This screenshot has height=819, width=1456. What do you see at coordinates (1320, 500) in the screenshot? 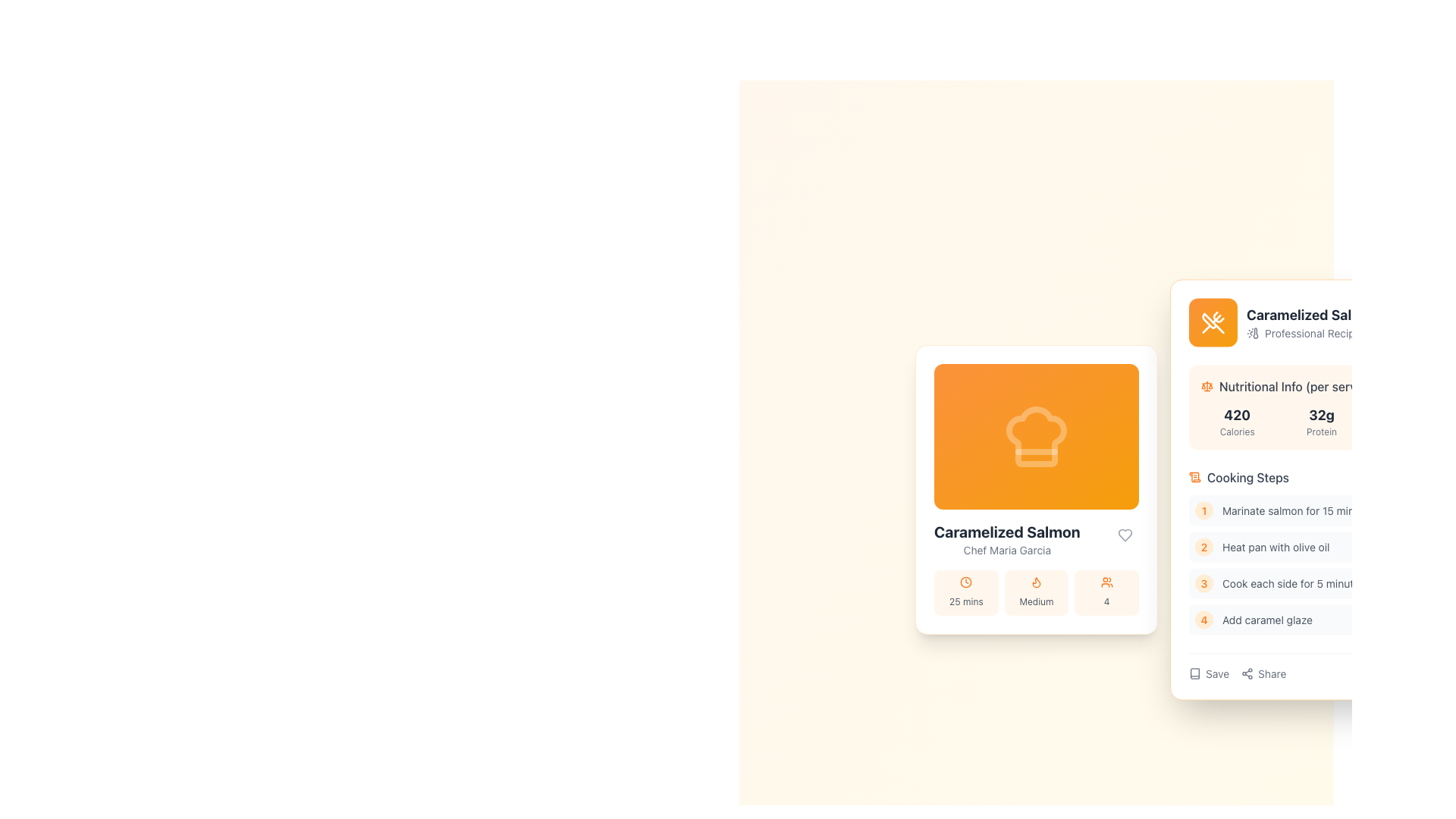
I see `the Instructional List for preparing caramelized salmon, which is located in the detailed card titled 'Caramelized Salmon', below the 'Nutritional Info' section and above the 'Save' and 'Share' options` at bounding box center [1320, 500].